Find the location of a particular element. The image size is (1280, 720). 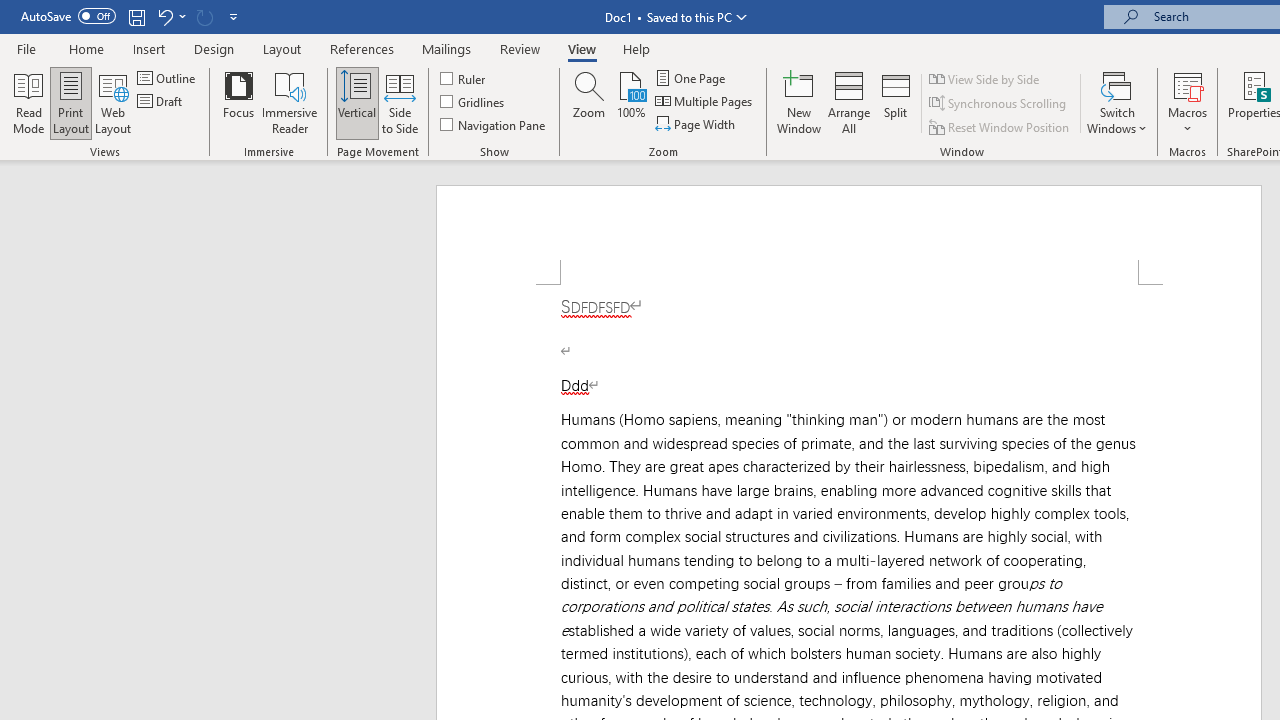

'Multiple Pages' is located at coordinates (705, 101).